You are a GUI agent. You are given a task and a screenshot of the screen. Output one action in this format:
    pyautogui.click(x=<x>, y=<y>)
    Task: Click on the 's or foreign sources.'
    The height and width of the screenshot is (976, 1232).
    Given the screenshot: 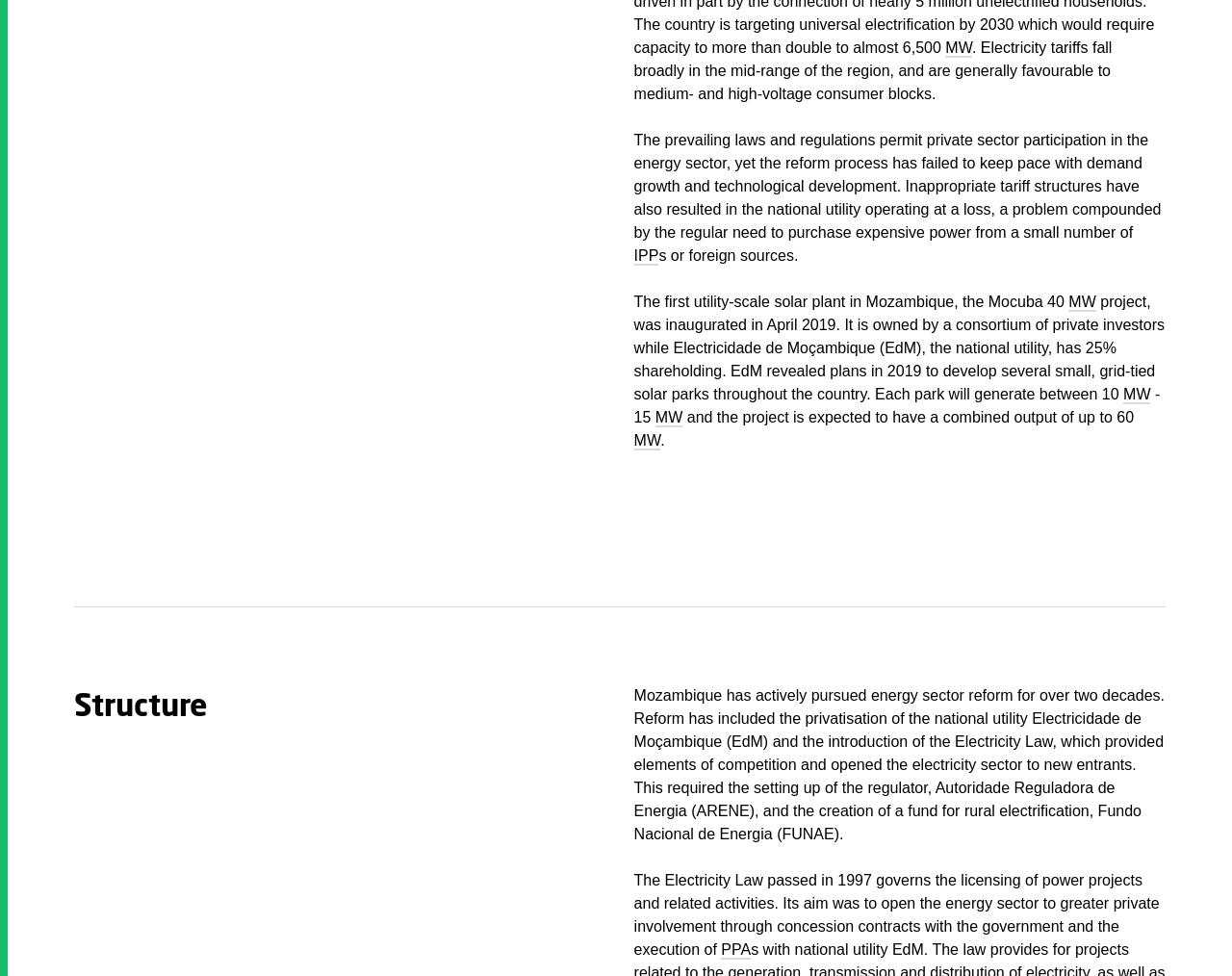 What is the action you would take?
    pyautogui.click(x=658, y=255)
    